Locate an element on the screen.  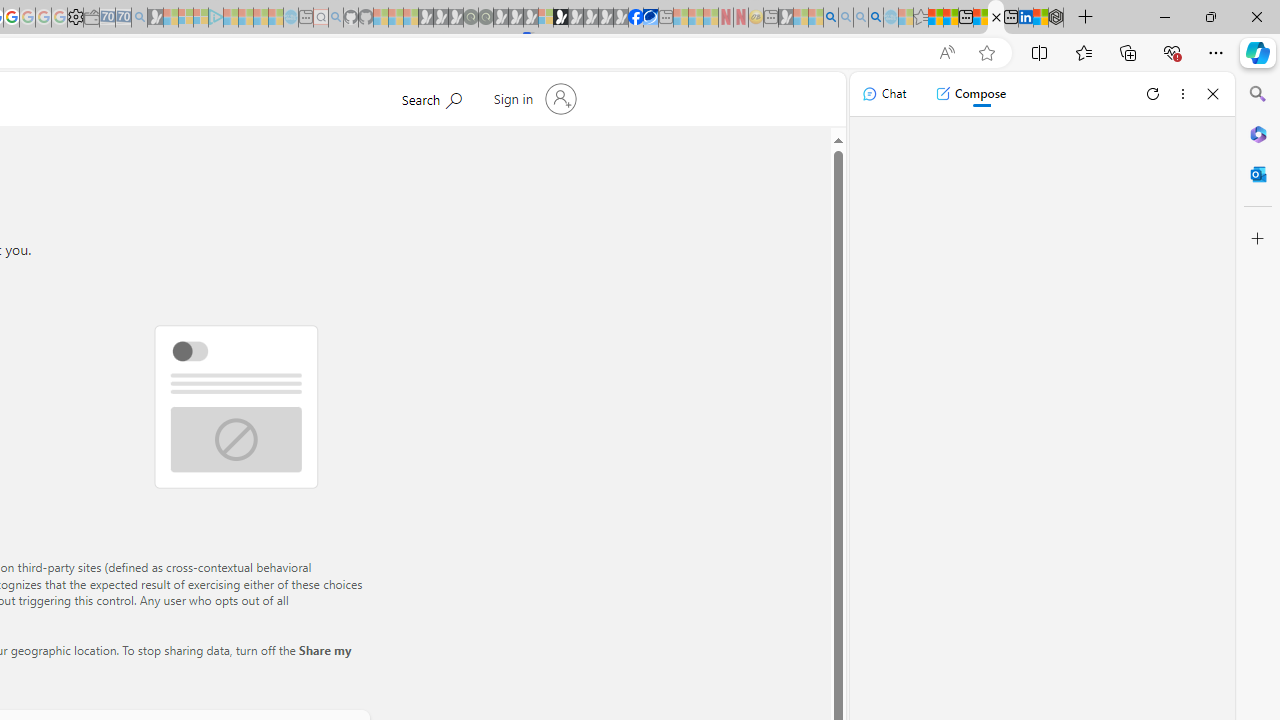
'Sign in to your account - Sleeping' is located at coordinates (545, 17).